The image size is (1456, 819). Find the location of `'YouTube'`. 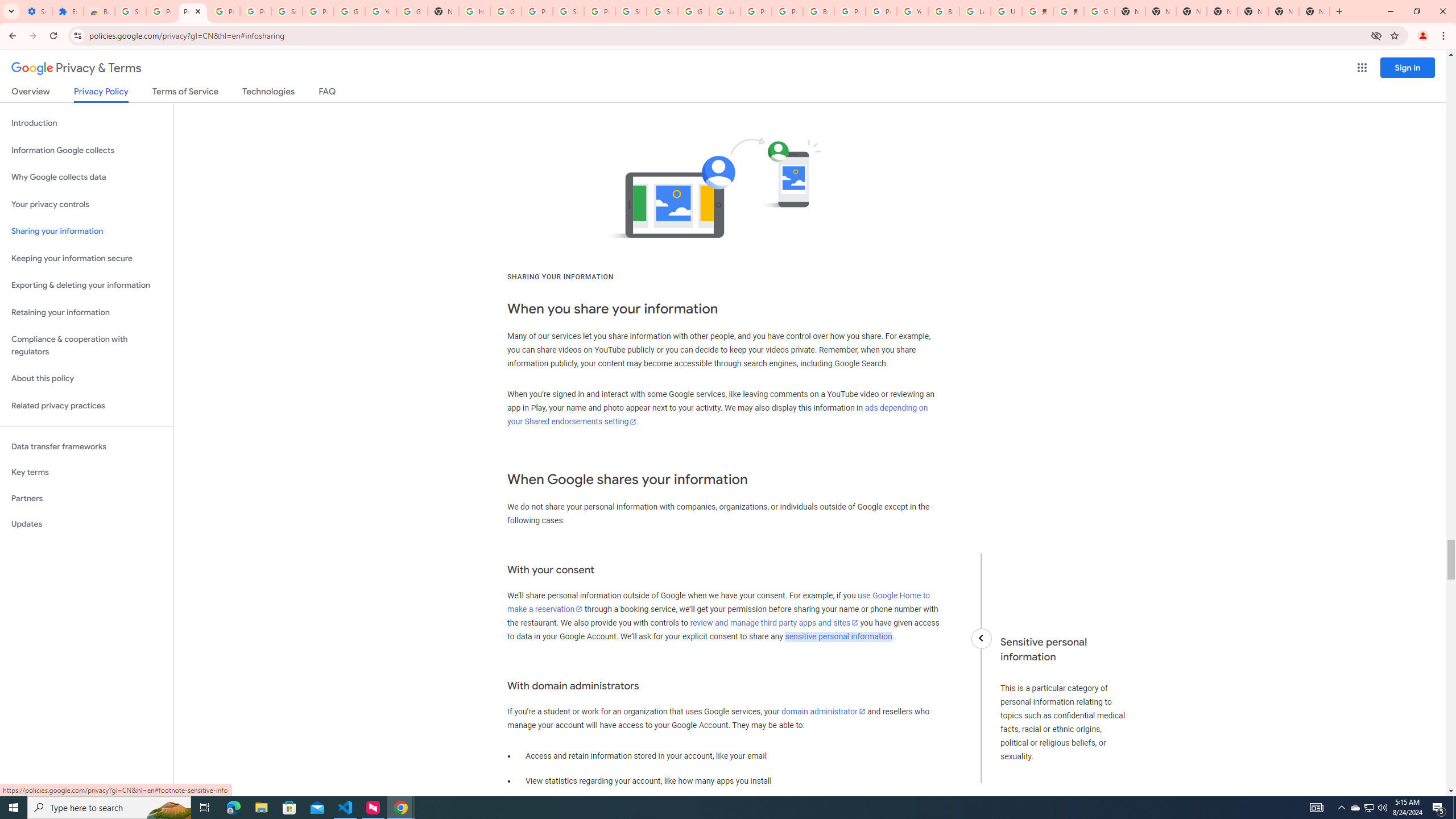

'YouTube' is located at coordinates (380, 11).